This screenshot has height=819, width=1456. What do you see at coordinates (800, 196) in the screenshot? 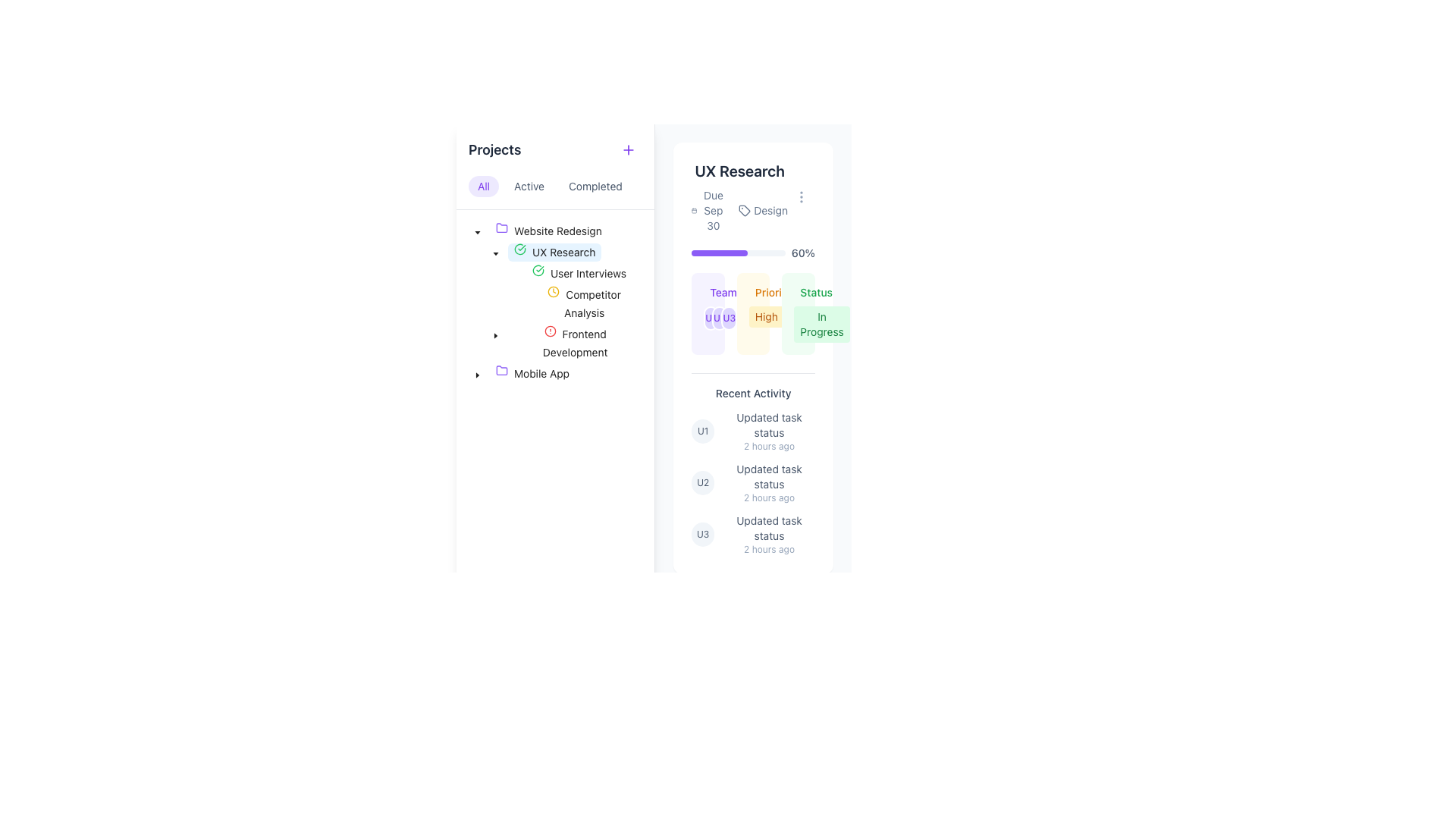
I see `the action menu button (vertical ellipsis) located in the right corner of the 'UX Research' card header` at bounding box center [800, 196].